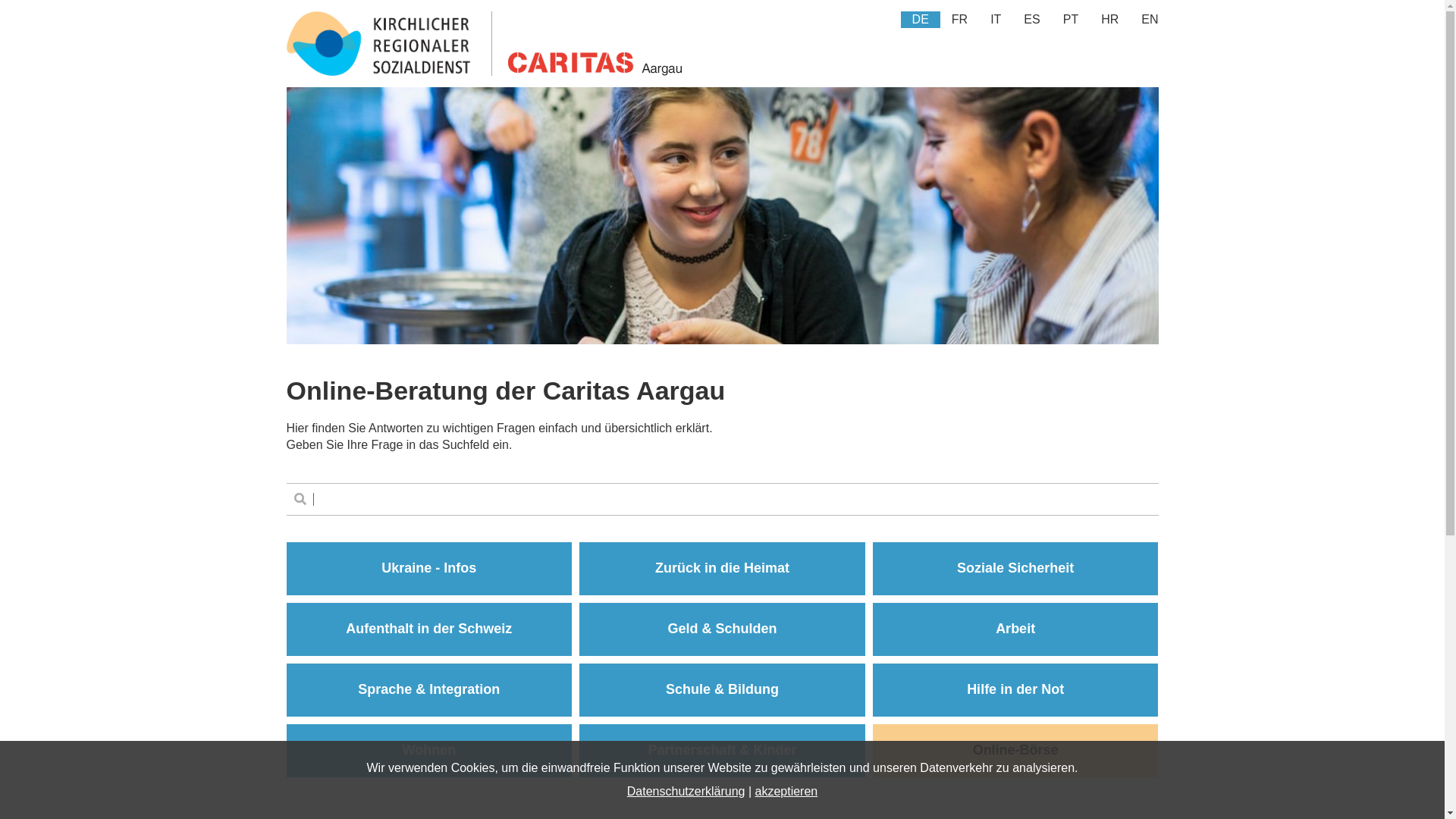 Image resolution: width=1456 pixels, height=819 pixels. I want to click on 'Soziale Sicherheit', so click(1015, 568).